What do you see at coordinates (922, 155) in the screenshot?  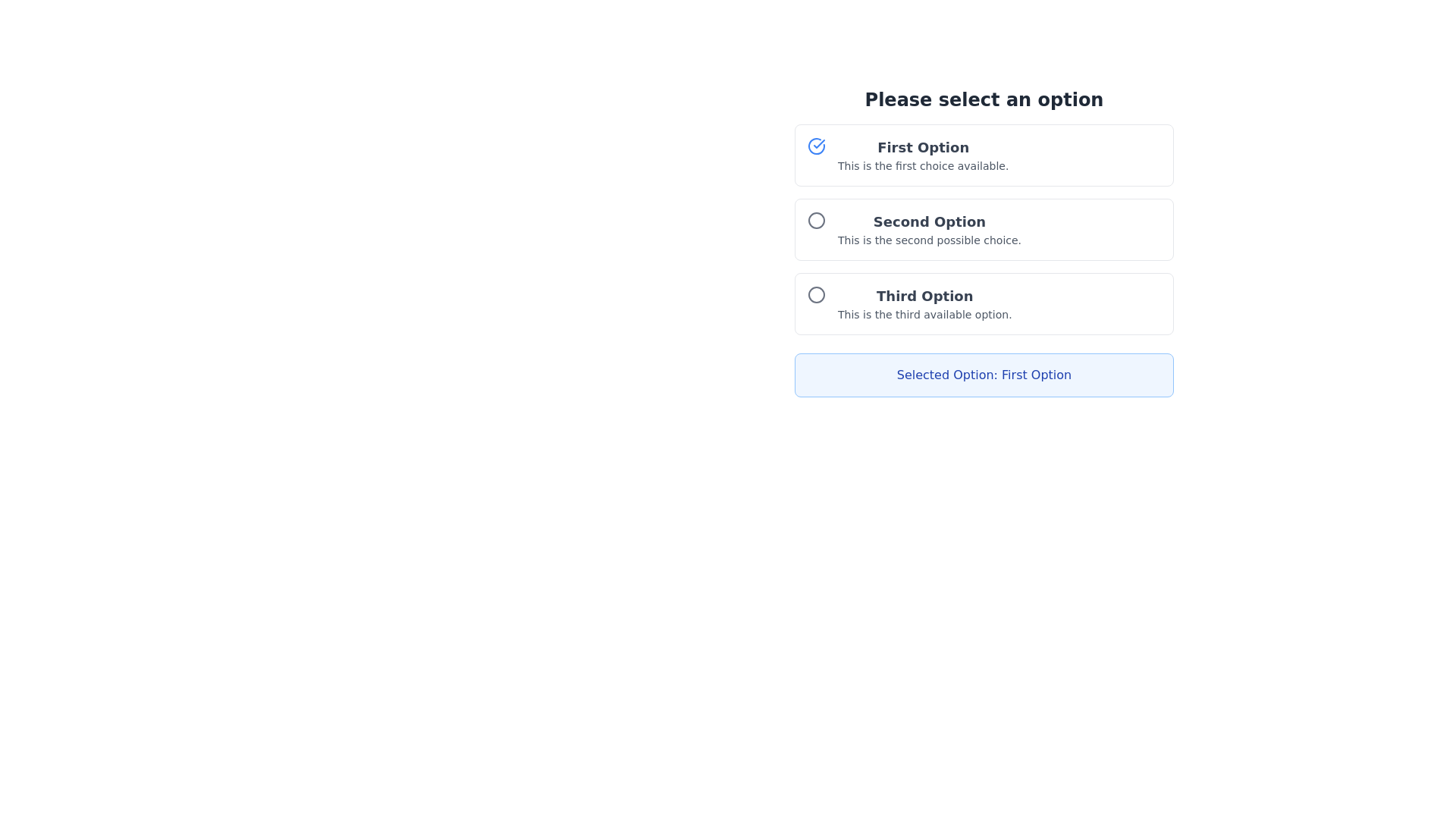 I see `the topmost selectable option with the text 'First Option'` at bounding box center [922, 155].